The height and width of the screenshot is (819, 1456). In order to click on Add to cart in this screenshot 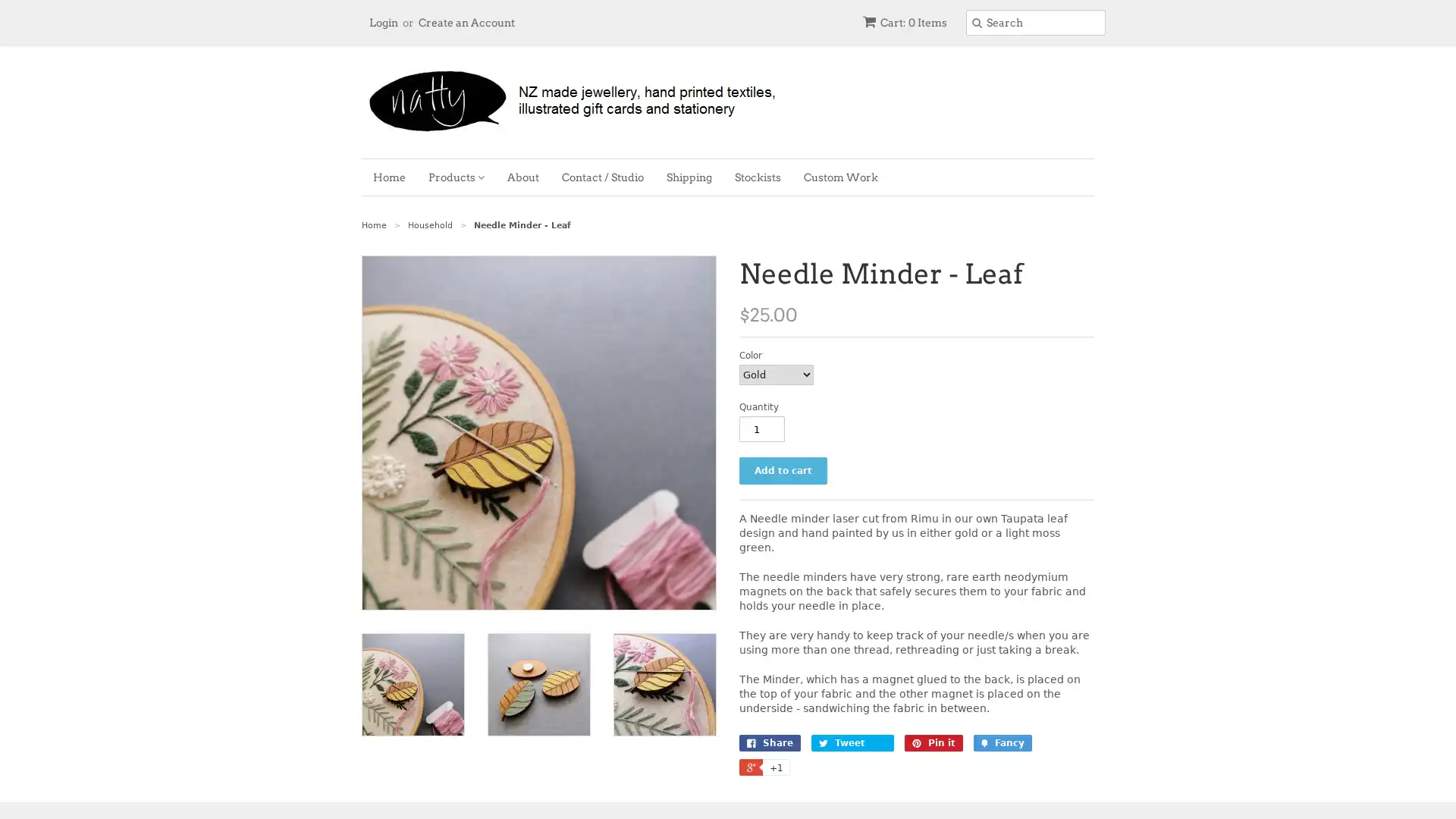, I will do `click(783, 470)`.